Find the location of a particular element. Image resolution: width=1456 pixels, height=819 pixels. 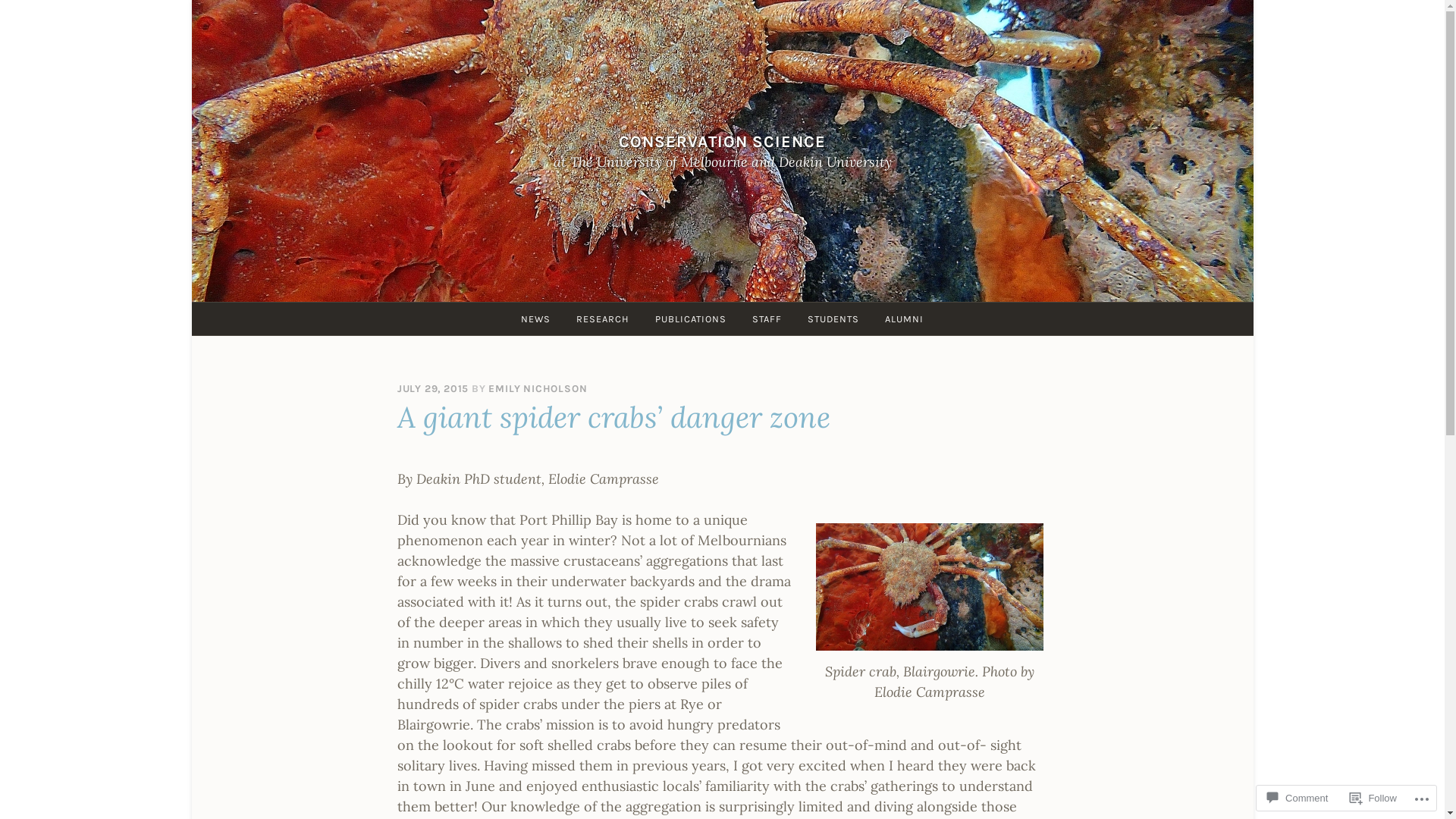

'EMILY NICHOLSON' is located at coordinates (538, 388).